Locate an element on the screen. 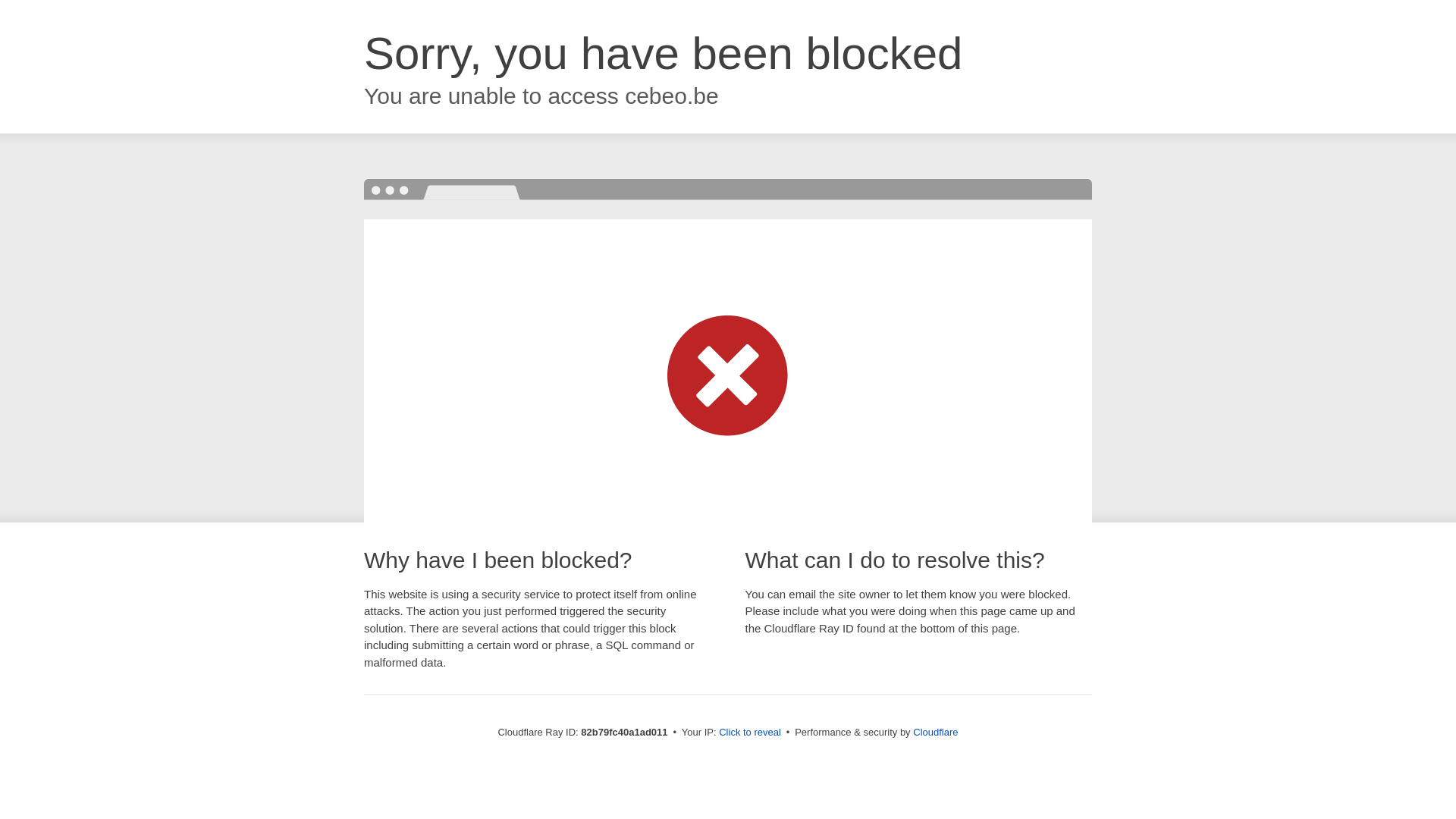  'Click to reveal' is located at coordinates (749, 731).